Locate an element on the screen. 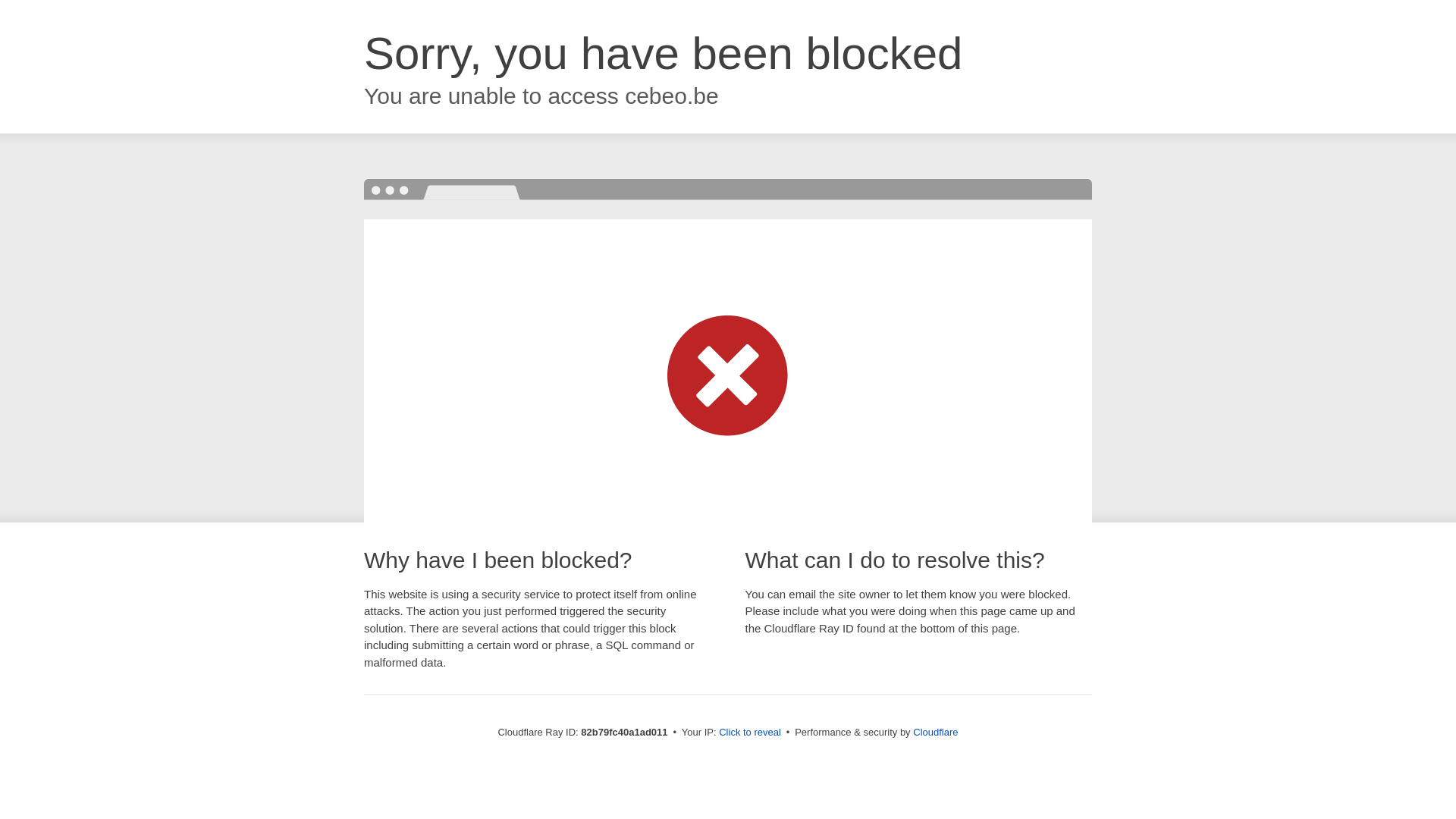  'Click to reveal' is located at coordinates (749, 731).